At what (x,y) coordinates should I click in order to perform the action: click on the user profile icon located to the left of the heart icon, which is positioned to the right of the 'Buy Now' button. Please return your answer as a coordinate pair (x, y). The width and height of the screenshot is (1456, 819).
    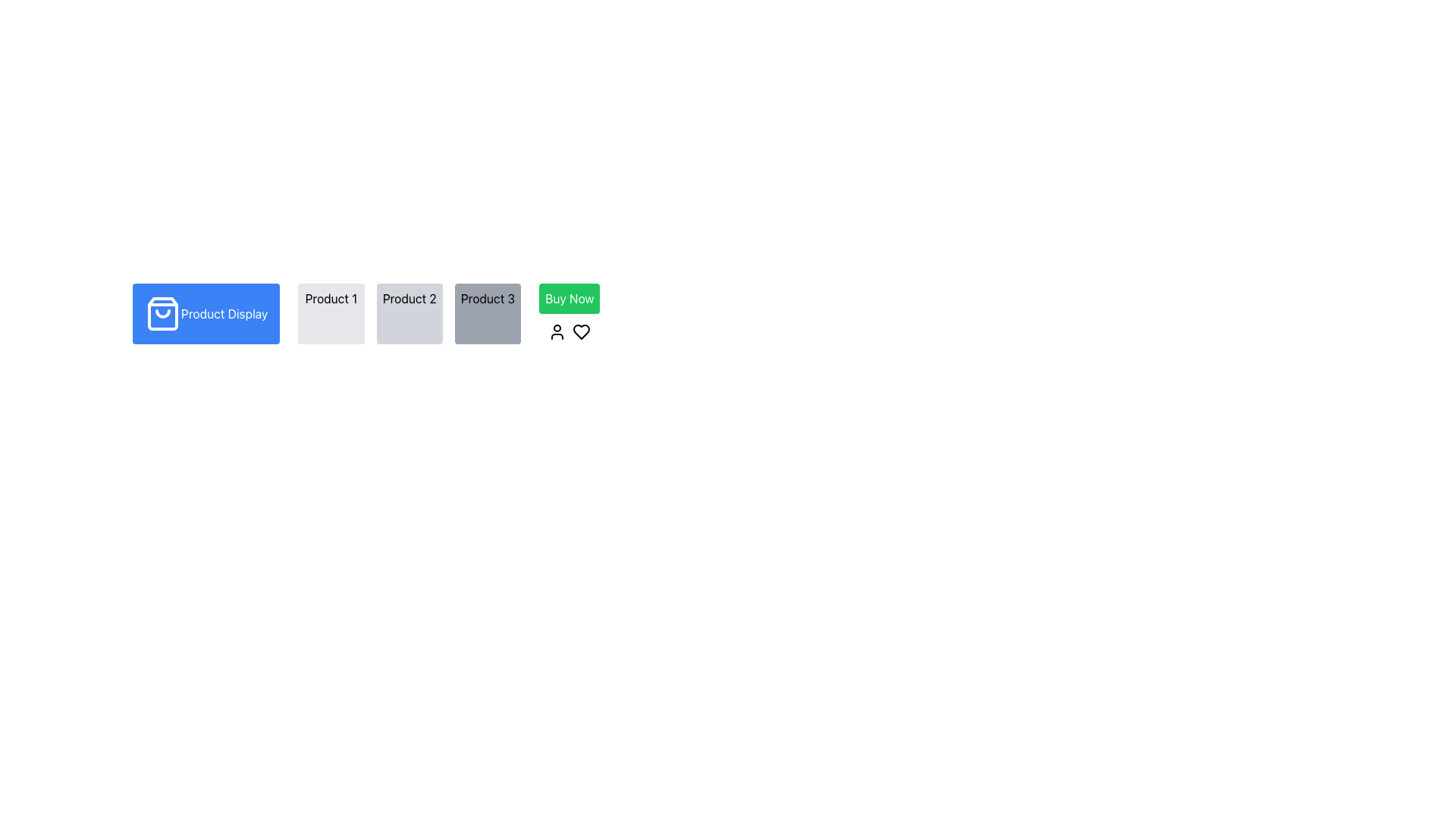
    Looking at the image, I should click on (557, 331).